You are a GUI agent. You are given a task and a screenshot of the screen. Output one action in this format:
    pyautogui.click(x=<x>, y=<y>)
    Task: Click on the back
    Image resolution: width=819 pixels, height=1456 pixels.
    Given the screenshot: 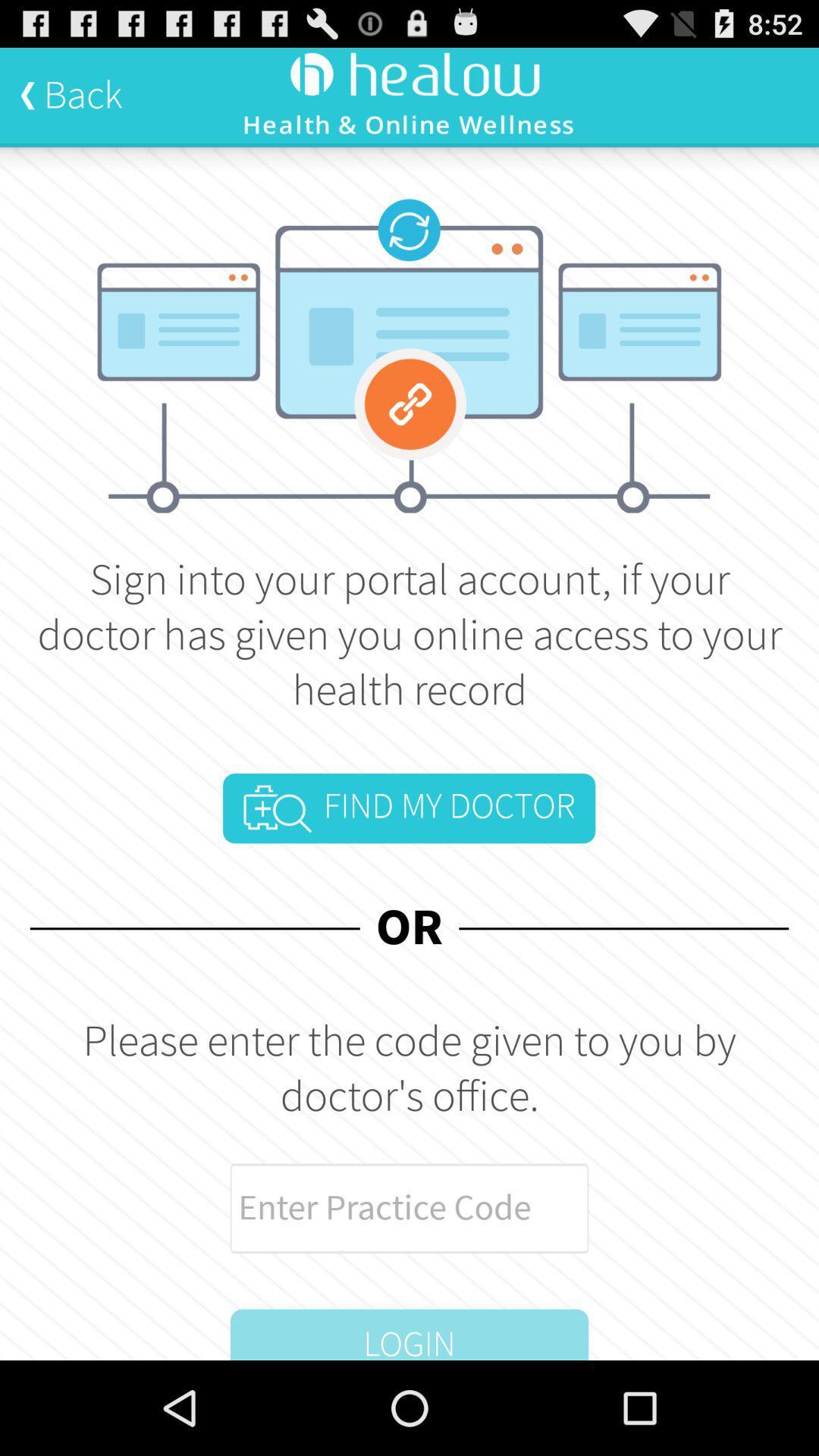 What is the action you would take?
    pyautogui.click(x=71, y=94)
    